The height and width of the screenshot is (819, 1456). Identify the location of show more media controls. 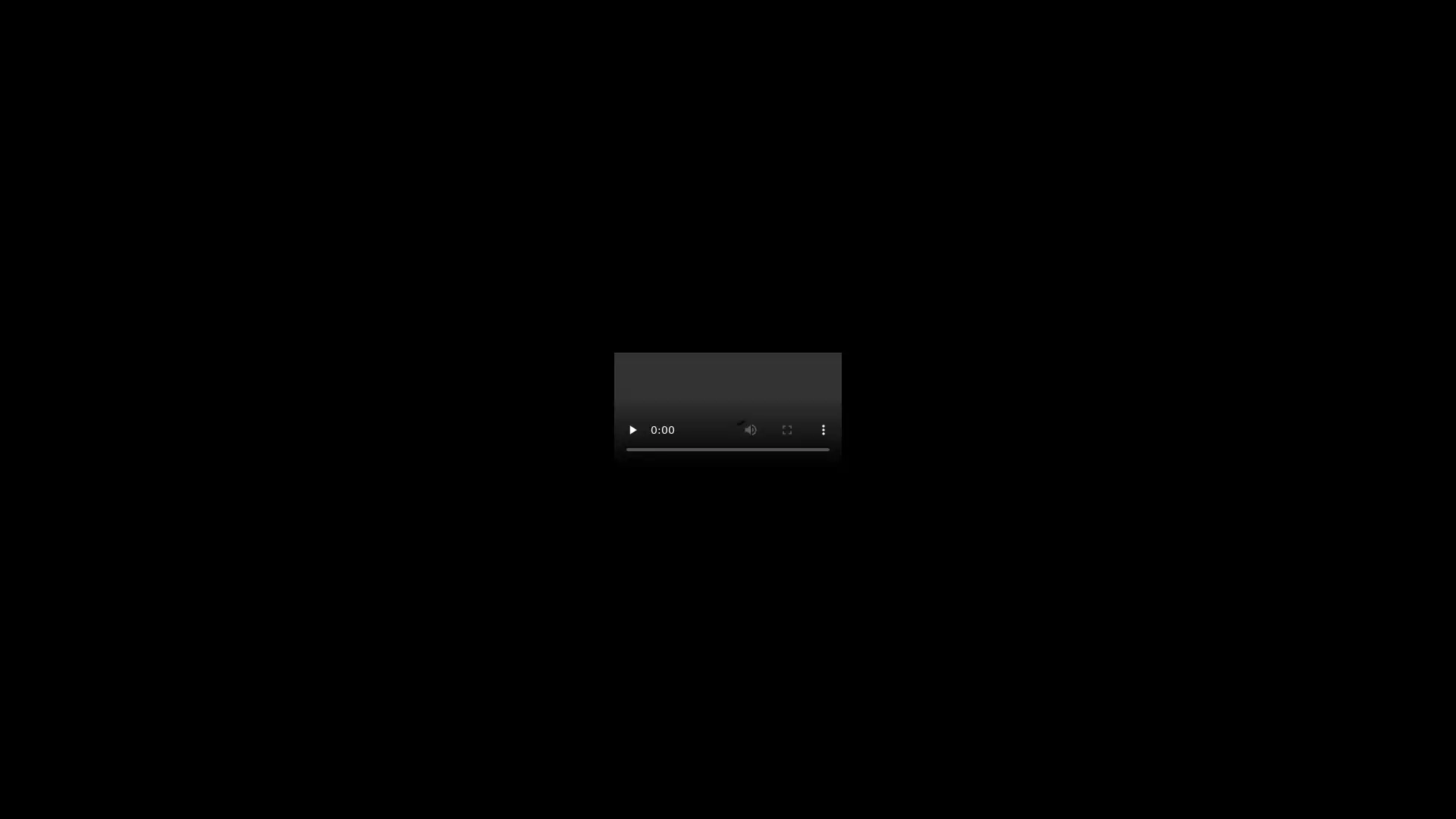
(822, 430).